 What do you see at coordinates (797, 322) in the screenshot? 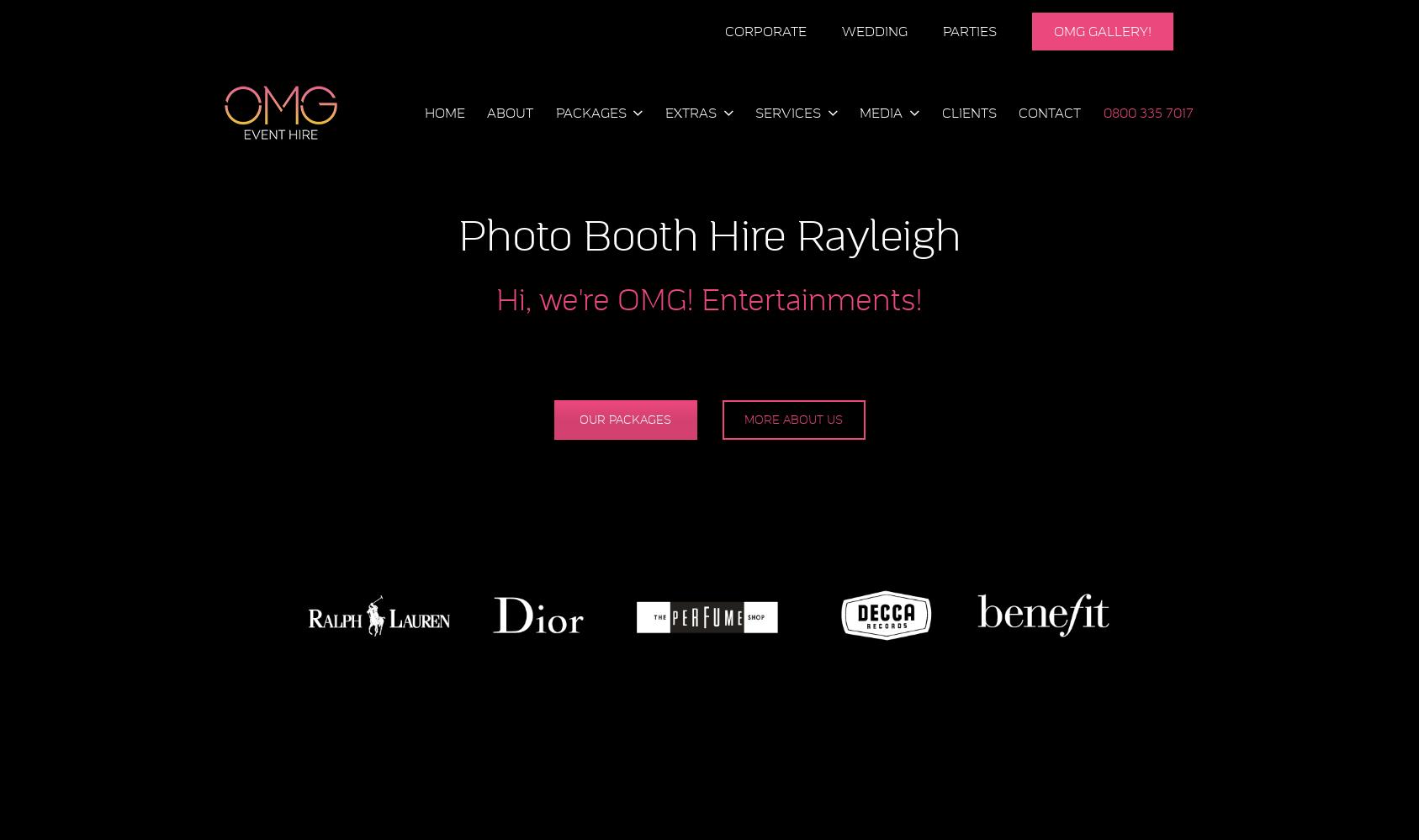
I see `'Send now!'` at bounding box center [797, 322].